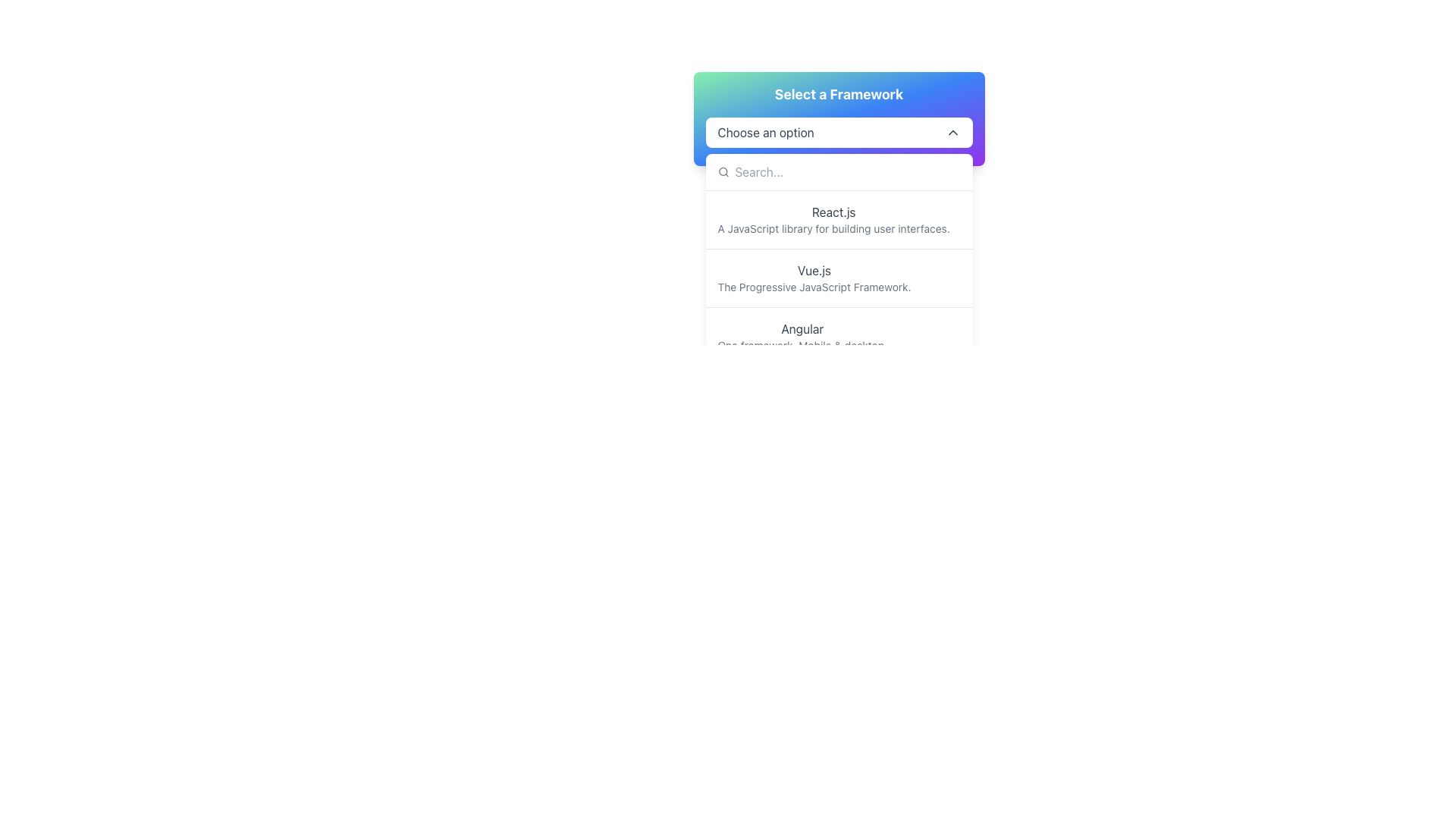  What do you see at coordinates (952, 131) in the screenshot?
I see `the chevron icon` at bounding box center [952, 131].